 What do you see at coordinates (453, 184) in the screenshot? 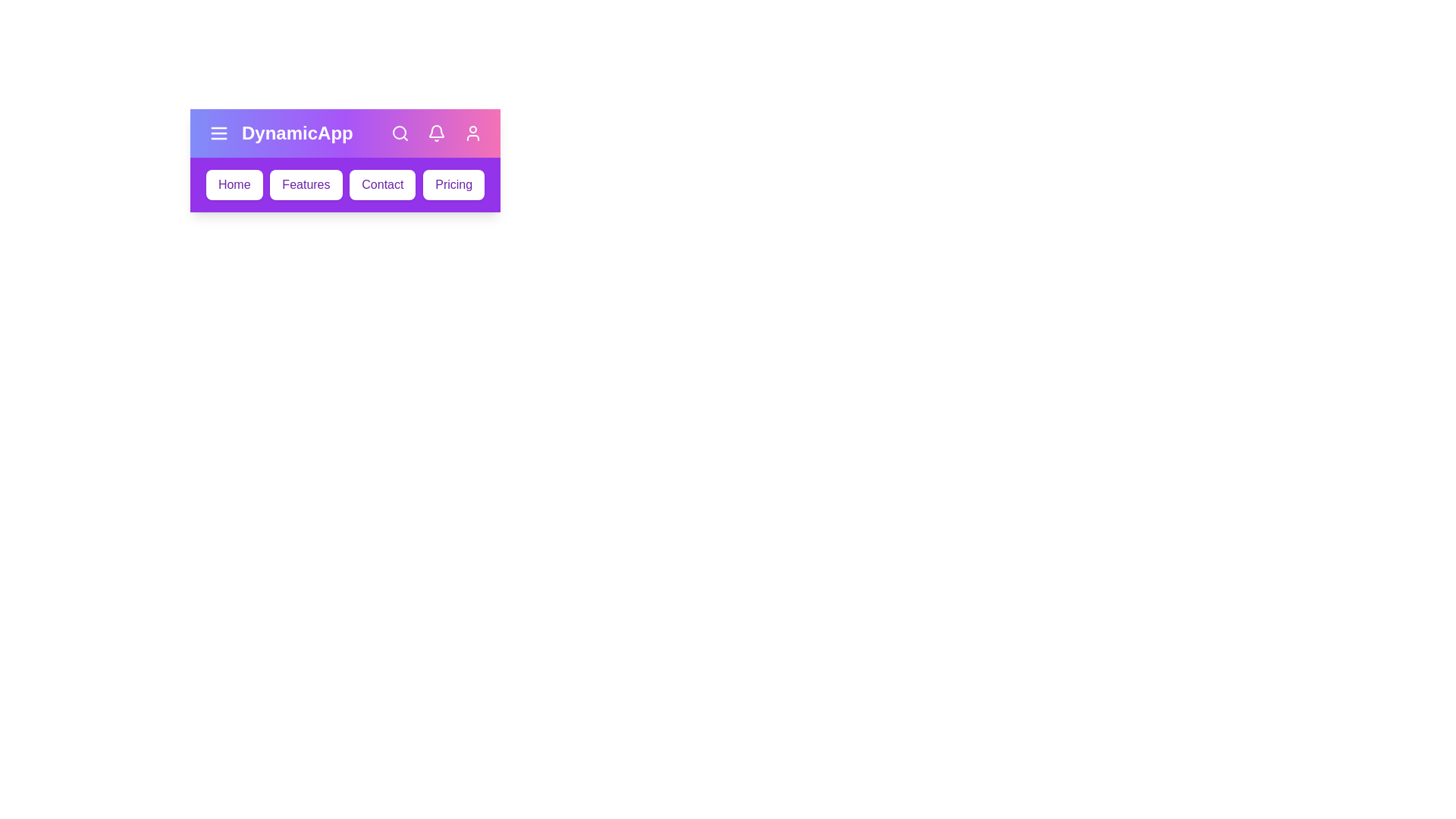
I see `the Pricing tab to navigate to the corresponding section` at bounding box center [453, 184].